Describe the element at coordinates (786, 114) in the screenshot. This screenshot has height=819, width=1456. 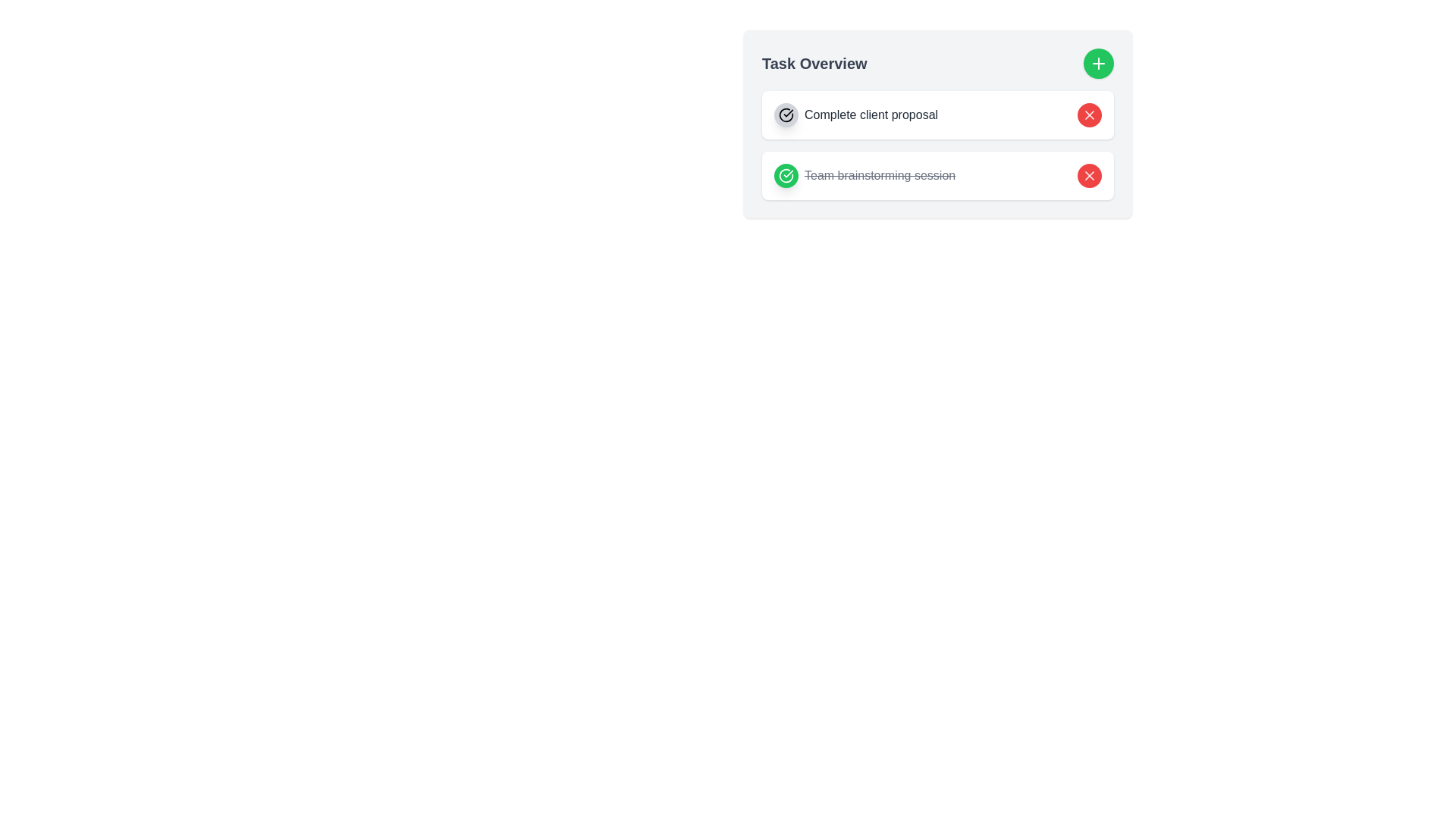
I see `the circular outline of the checkmark icon located next to the text 'Team brainstorming session' in the second list item` at that location.